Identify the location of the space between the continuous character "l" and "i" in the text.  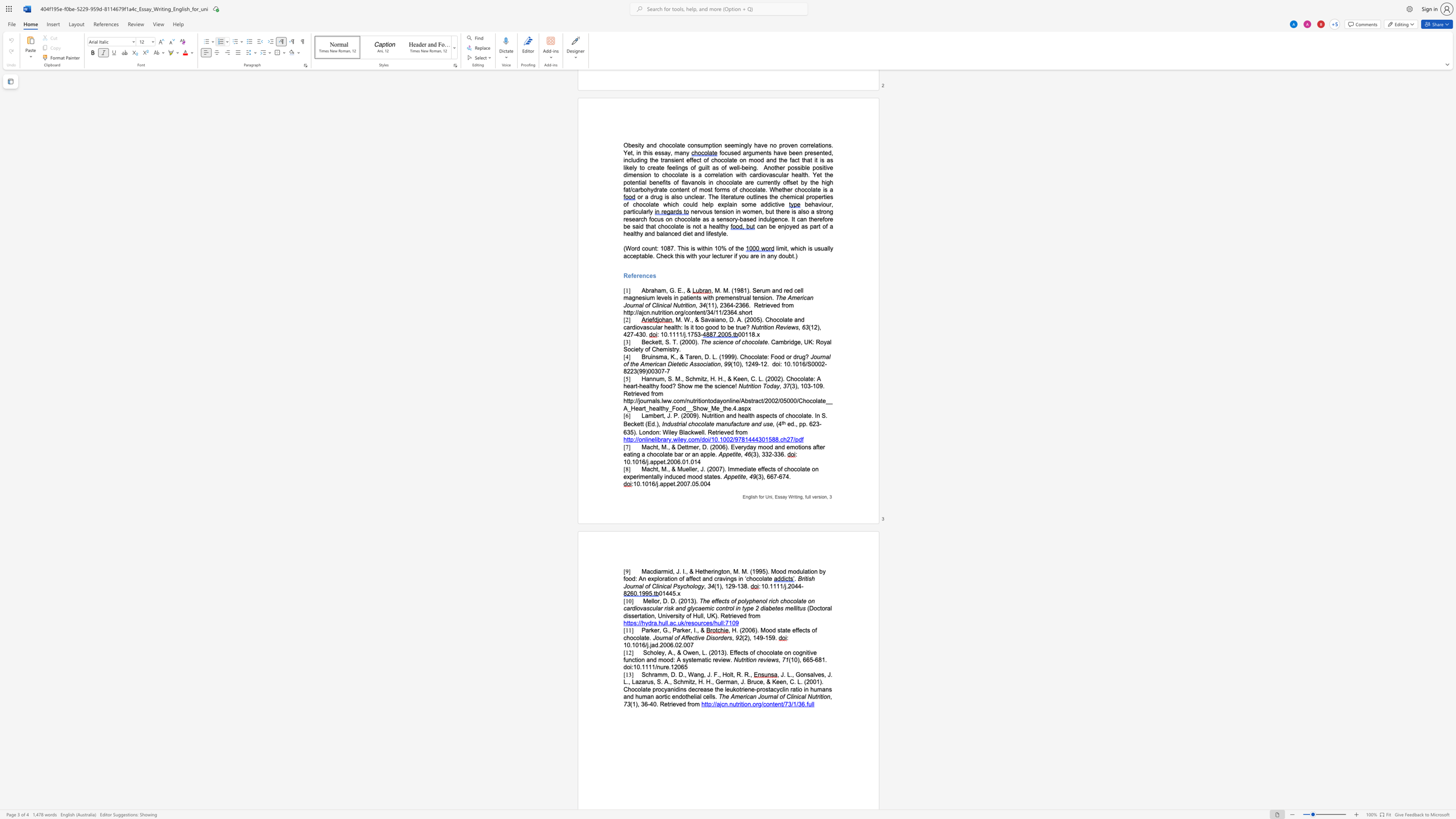
(796, 608).